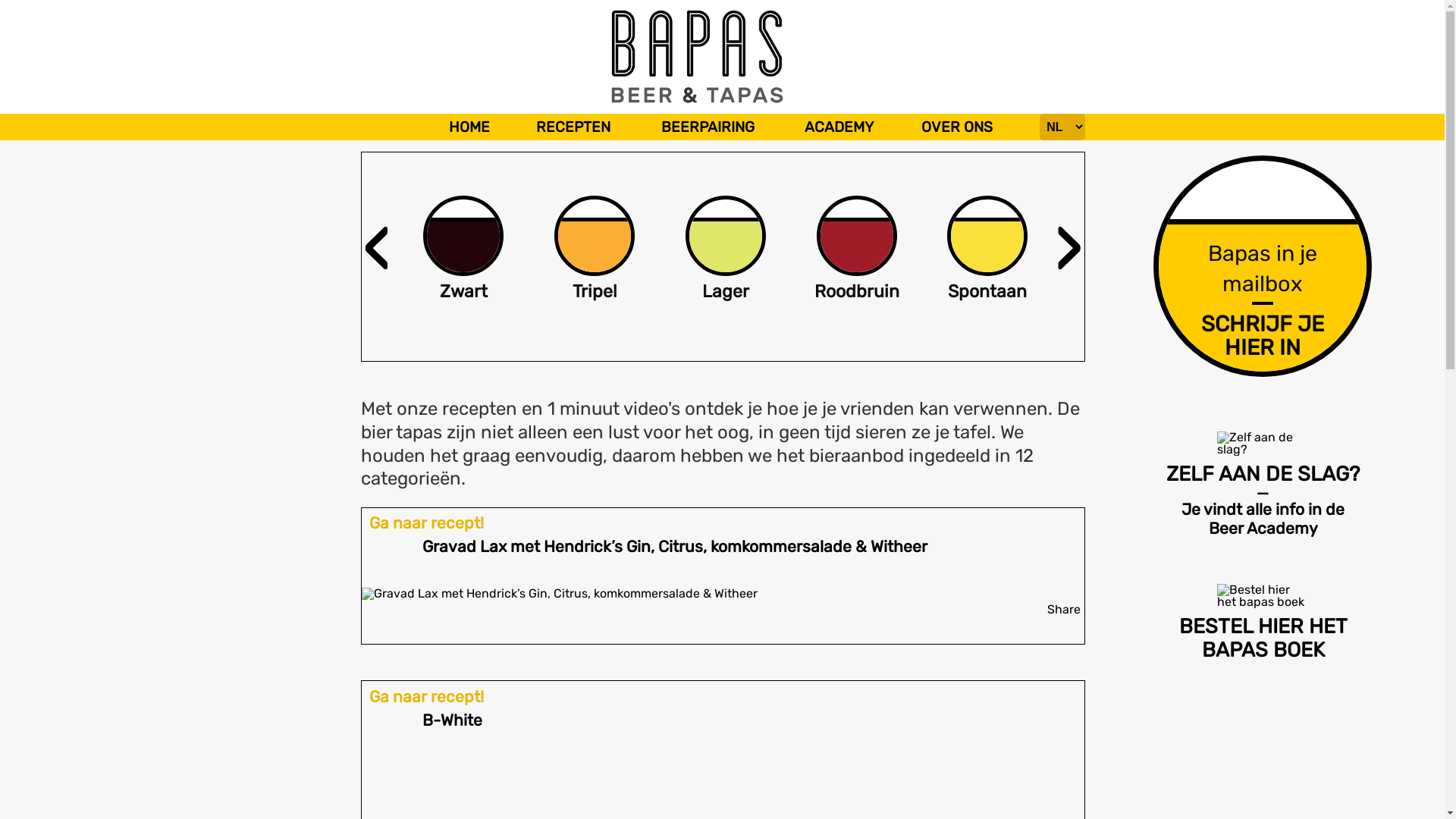 The image size is (1456, 819). What do you see at coordinates (1263, 334) in the screenshot?
I see `'SCHRIJF JE HIER IN'` at bounding box center [1263, 334].